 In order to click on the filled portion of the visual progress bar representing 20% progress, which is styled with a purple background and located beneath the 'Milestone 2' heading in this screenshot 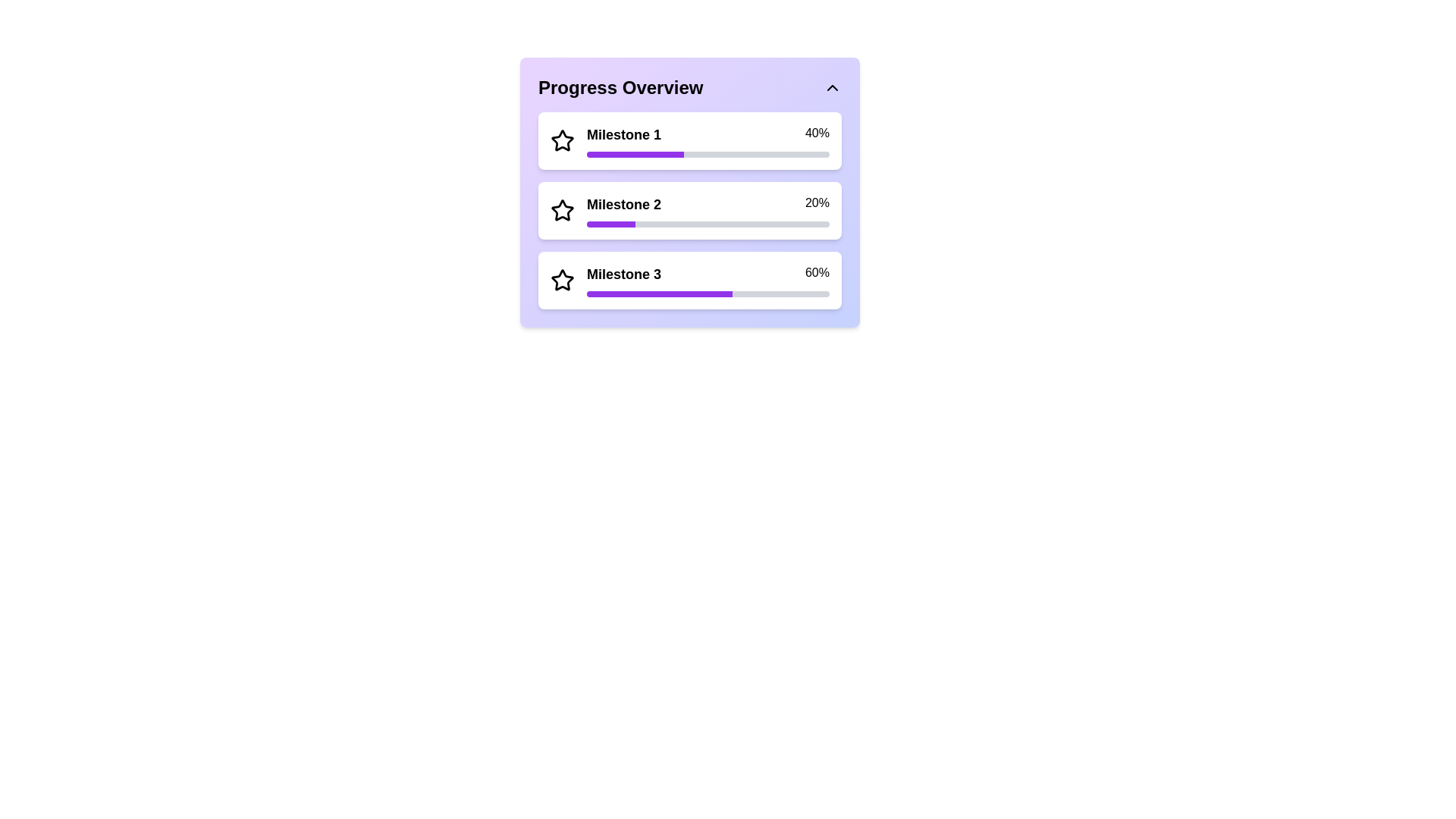, I will do `click(611, 224)`.